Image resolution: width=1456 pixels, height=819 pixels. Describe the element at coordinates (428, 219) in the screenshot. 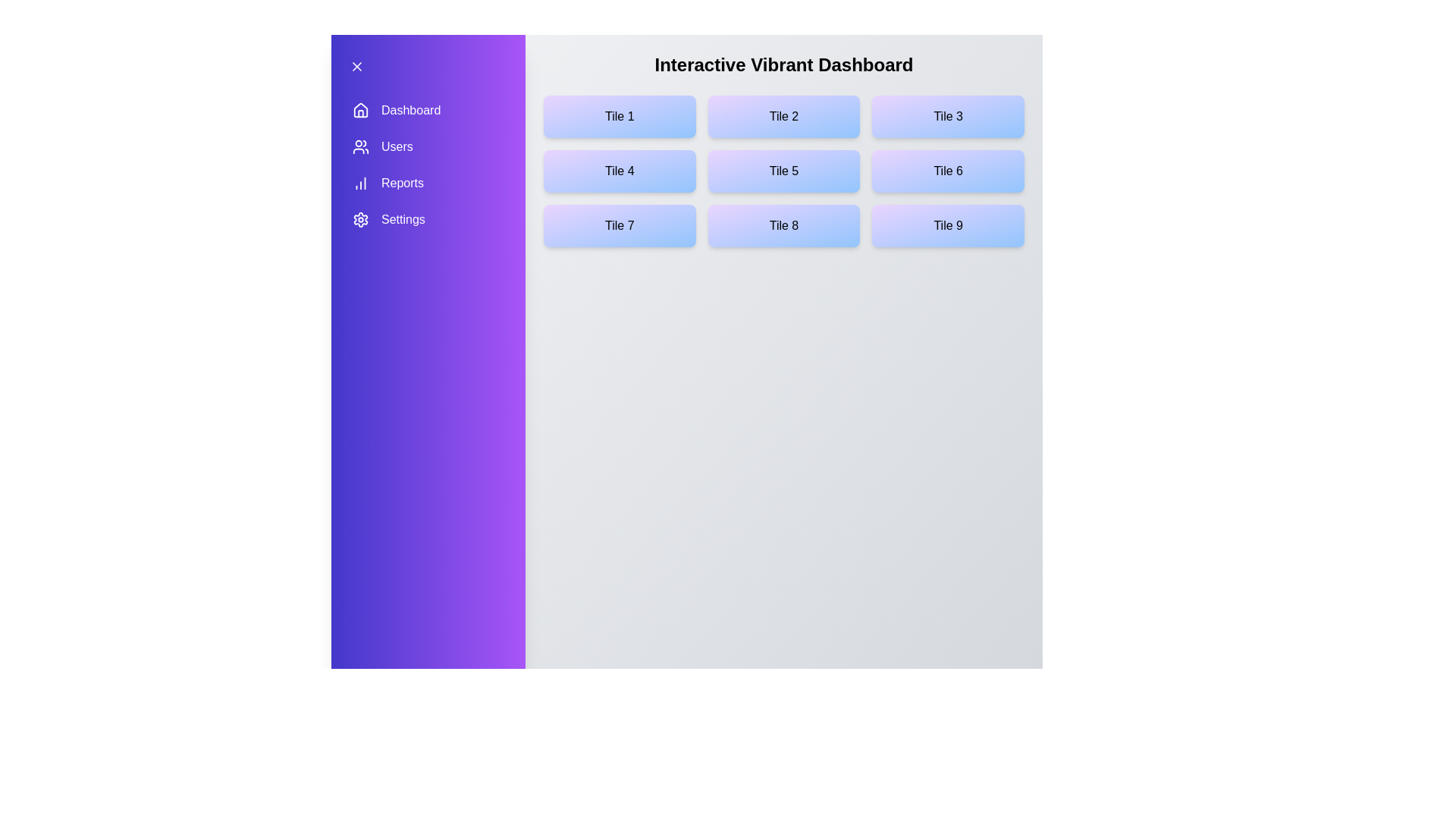

I see `the menu item Settings to navigate` at that location.